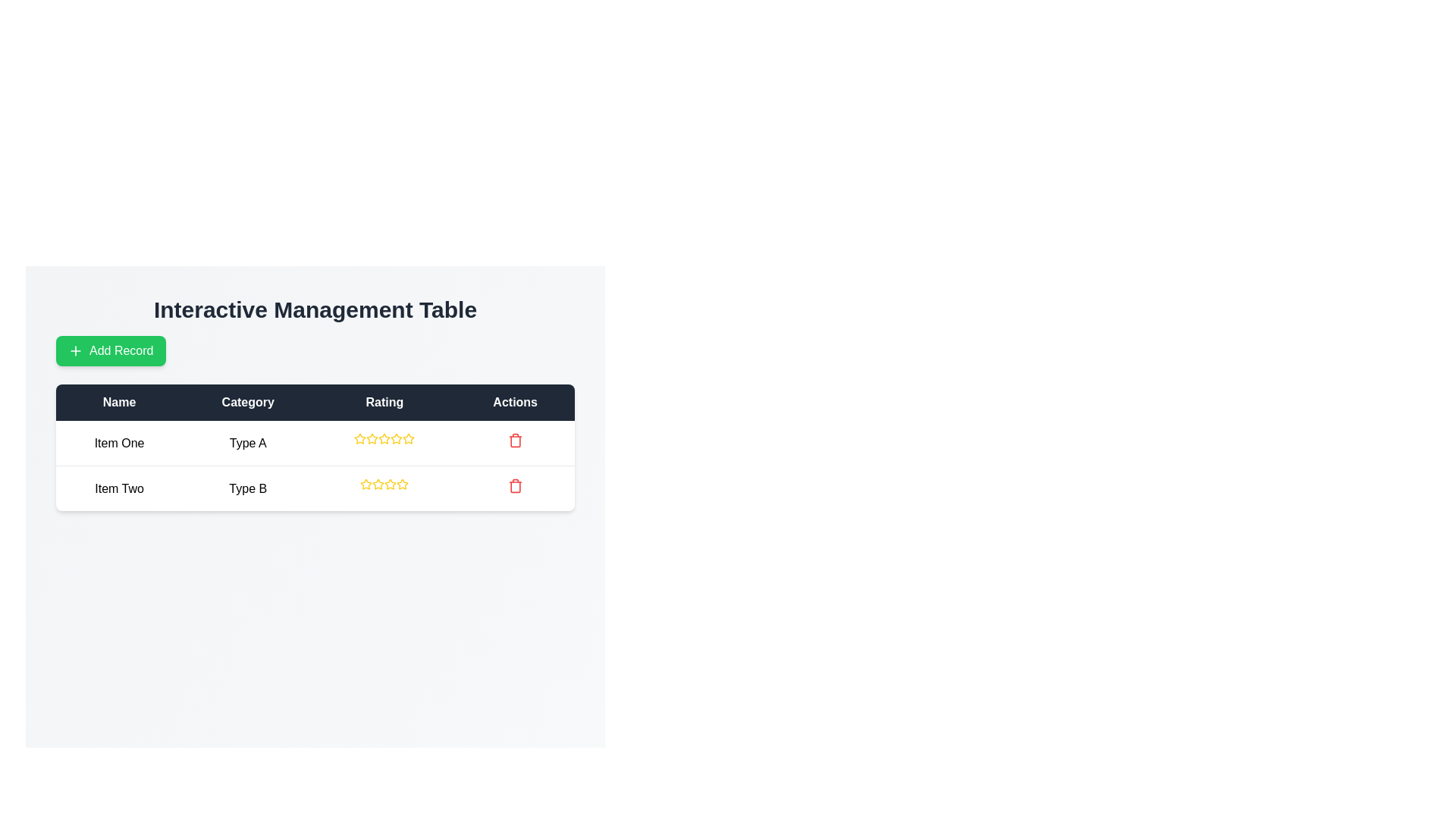  Describe the element at coordinates (409, 438) in the screenshot. I see `the third graphical rating star icon in the 'Rating' column of the first row labeled 'Item One' to rate` at that location.